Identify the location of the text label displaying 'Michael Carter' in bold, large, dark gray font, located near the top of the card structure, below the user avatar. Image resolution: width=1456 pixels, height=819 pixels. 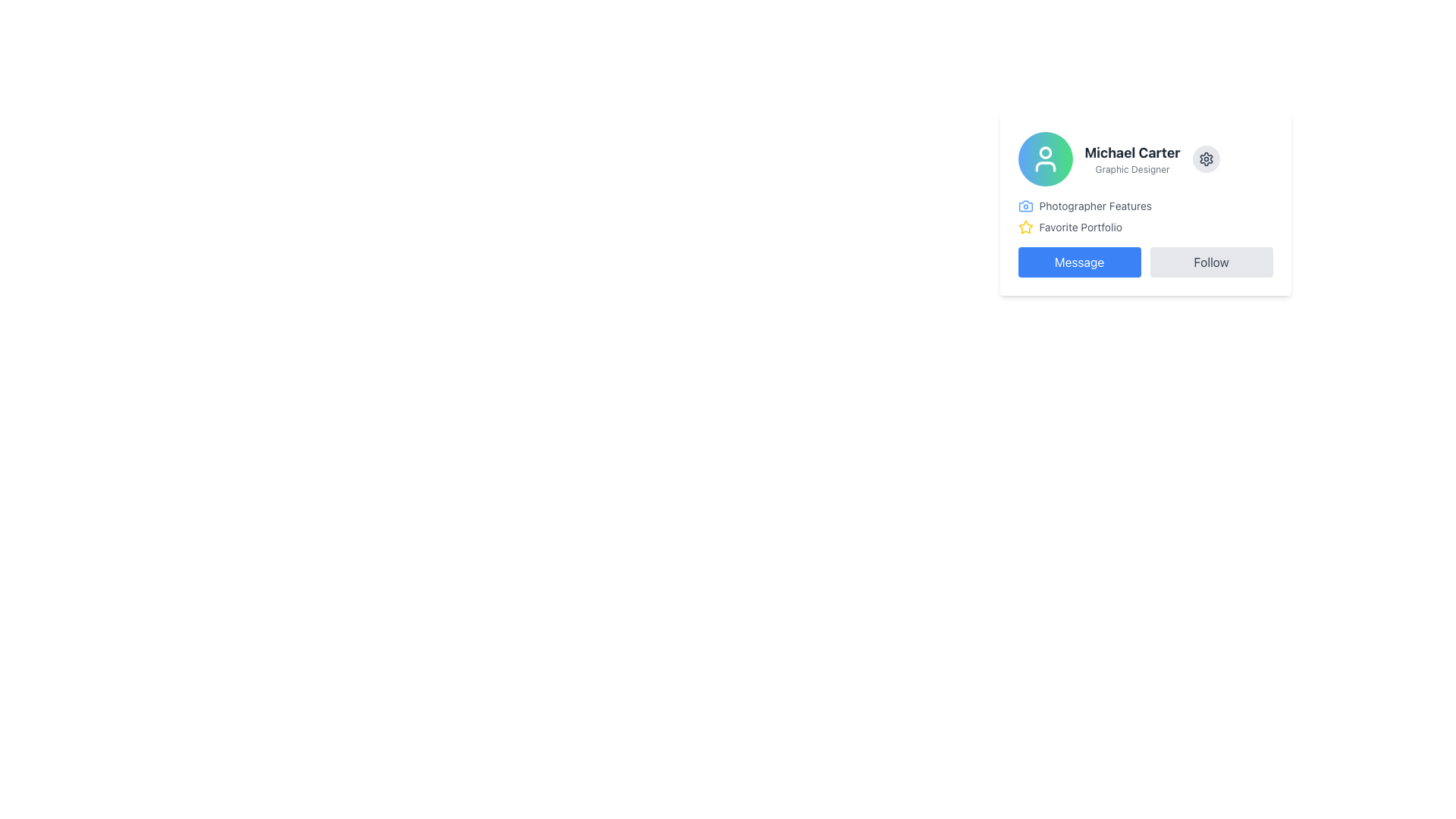
(1132, 152).